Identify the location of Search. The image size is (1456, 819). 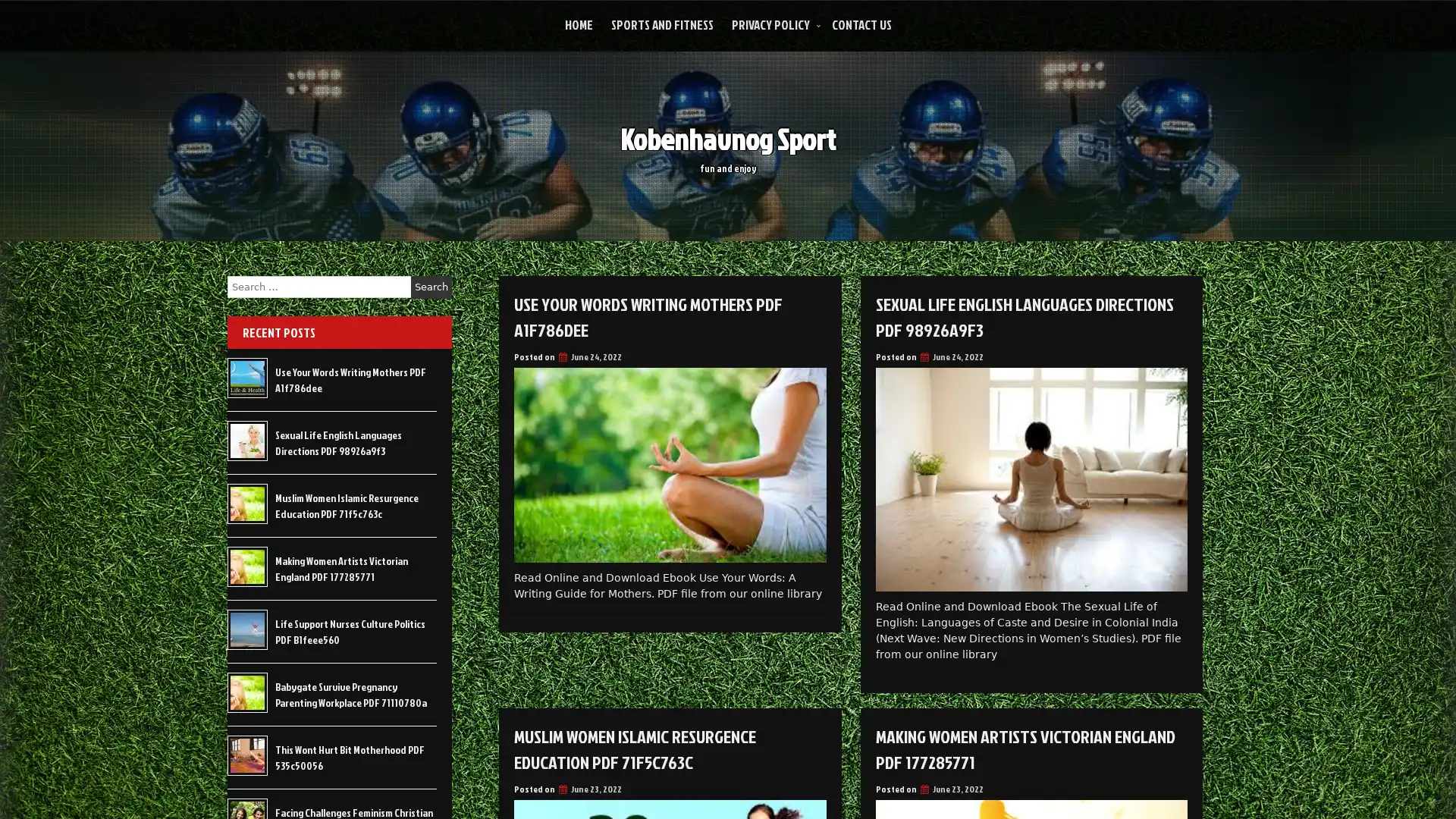
(431, 287).